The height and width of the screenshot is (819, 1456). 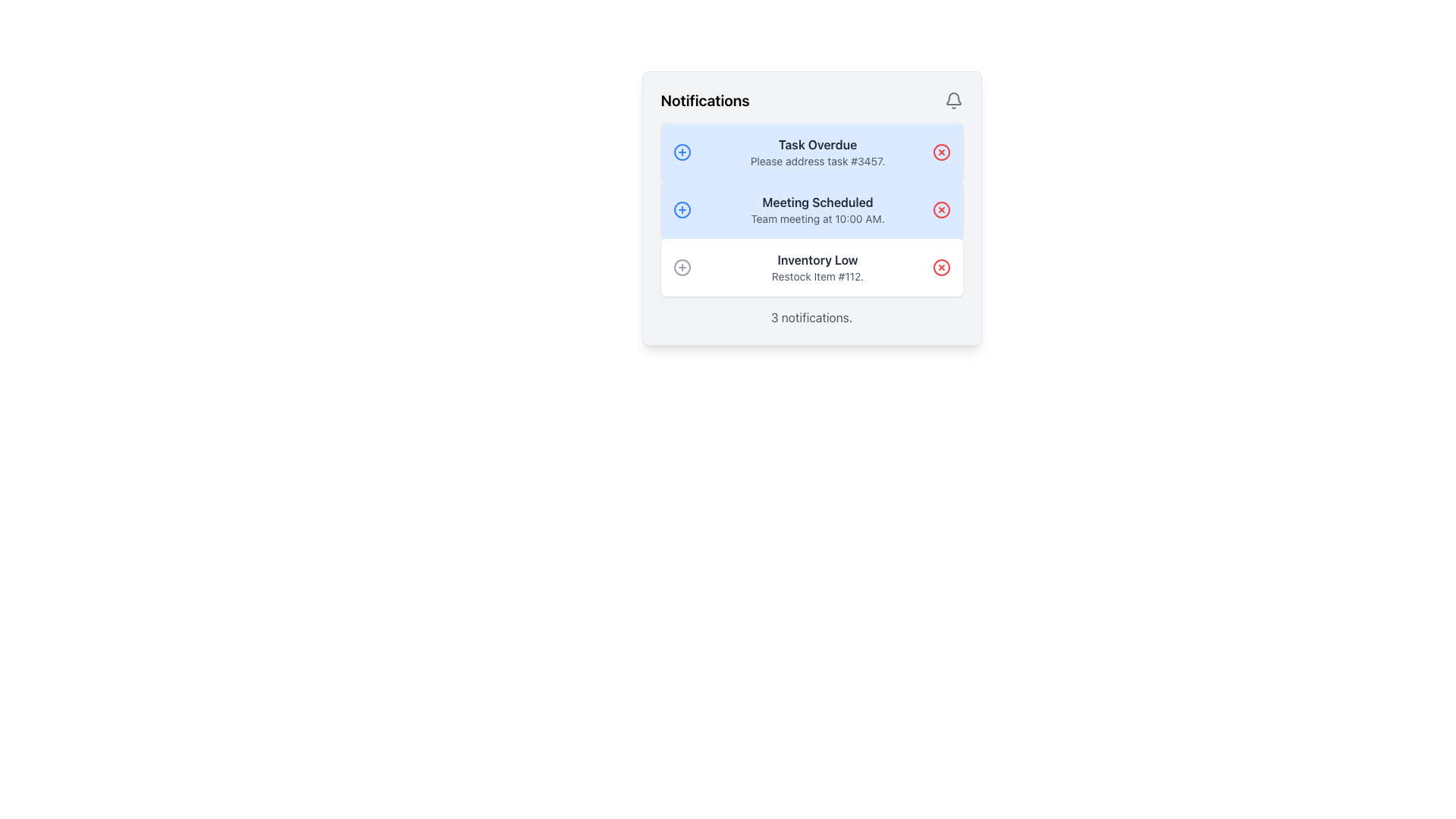 I want to click on text from the 'Meeting Scheduled' label, which is a bold dark gray text centrally aligned in the second notification of the panel, so click(x=817, y=201).